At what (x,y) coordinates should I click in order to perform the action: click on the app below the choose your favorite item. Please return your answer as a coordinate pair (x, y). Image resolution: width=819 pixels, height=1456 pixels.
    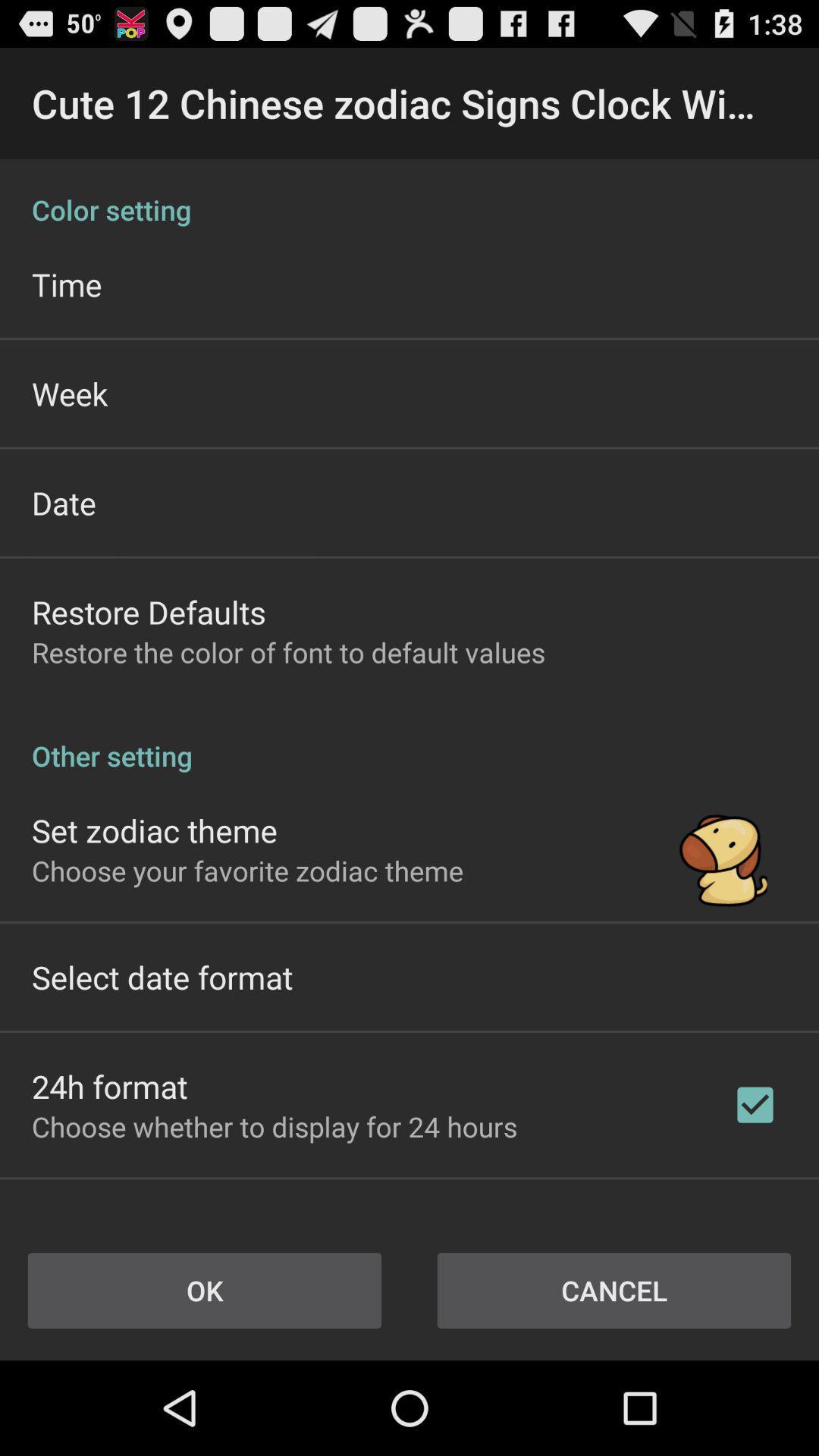
    Looking at the image, I should click on (162, 977).